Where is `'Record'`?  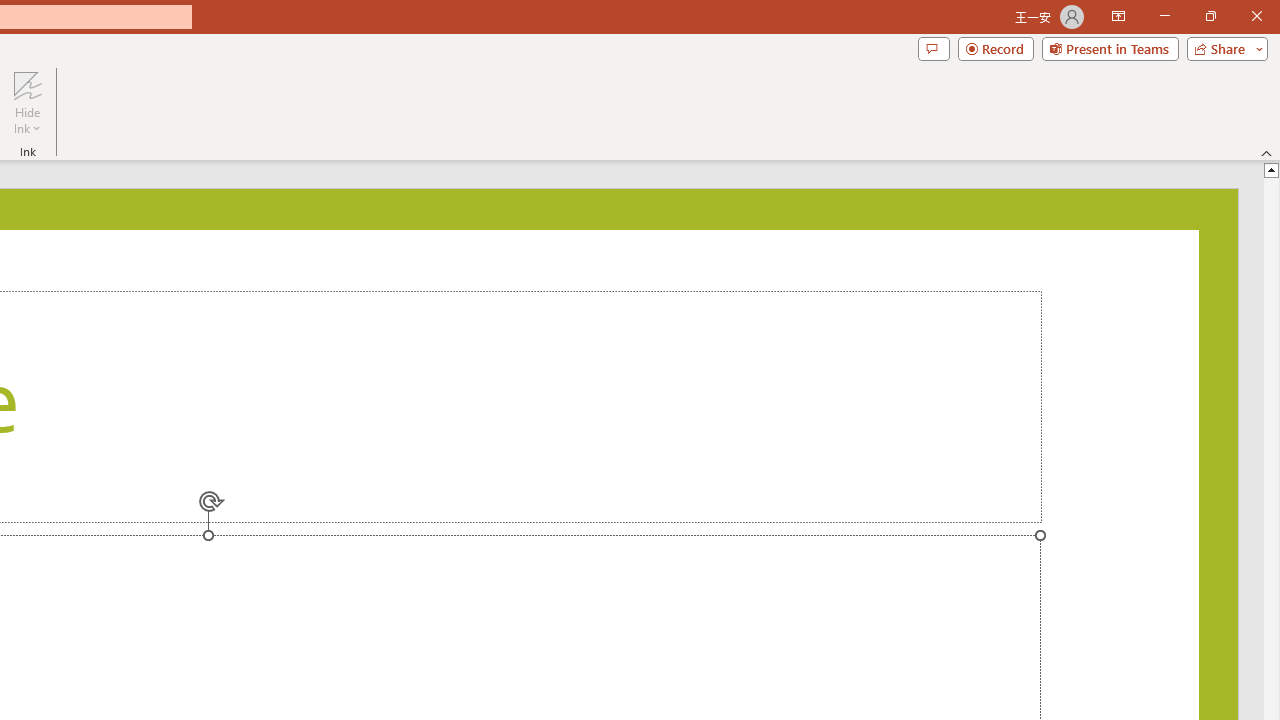 'Record' is located at coordinates (995, 47).